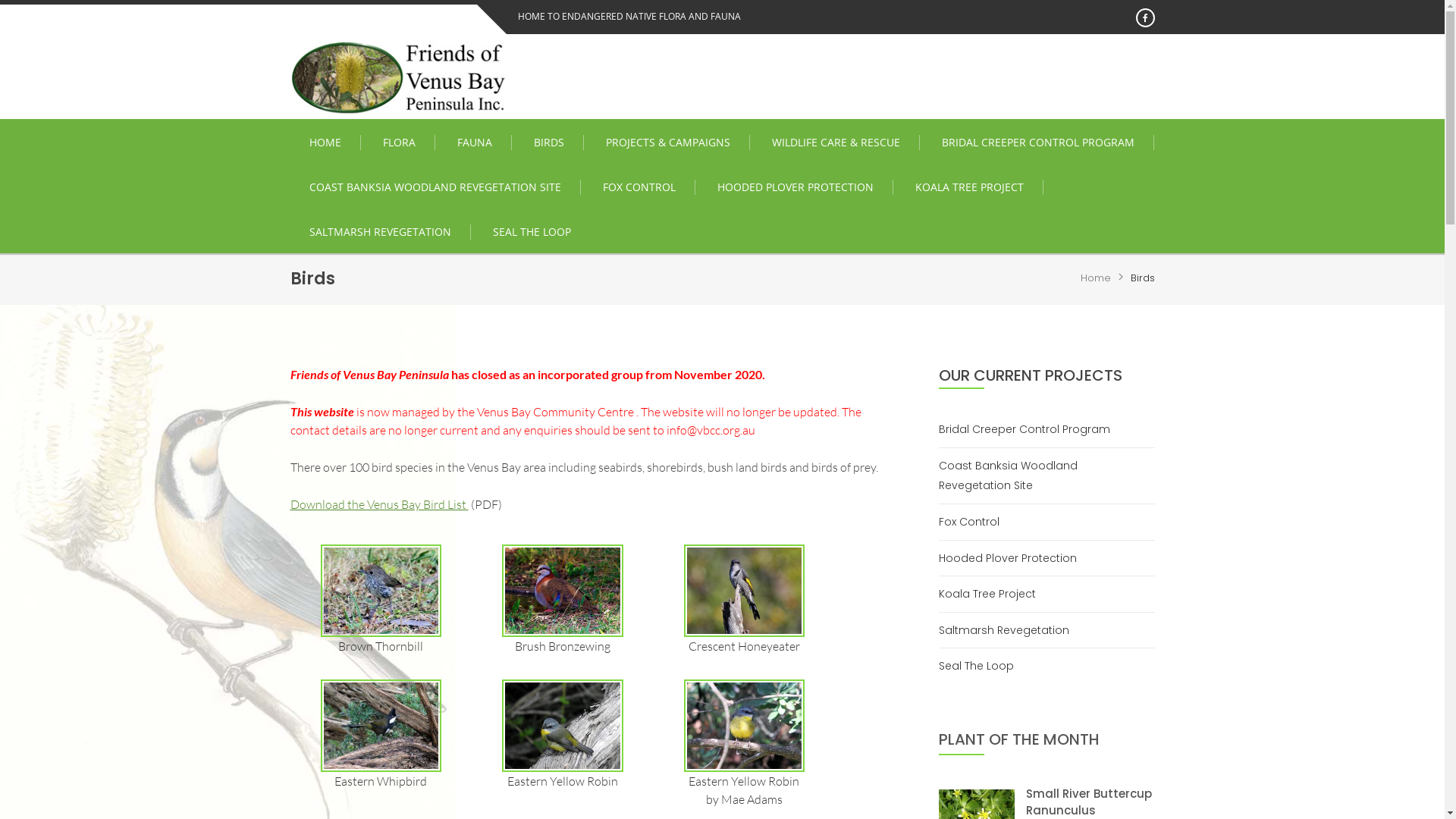 Image resolution: width=1456 pixels, height=819 pixels. Describe the element at coordinates (531, 231) in the screenshot. I see `'SEAL THE LOOP'` at that location.